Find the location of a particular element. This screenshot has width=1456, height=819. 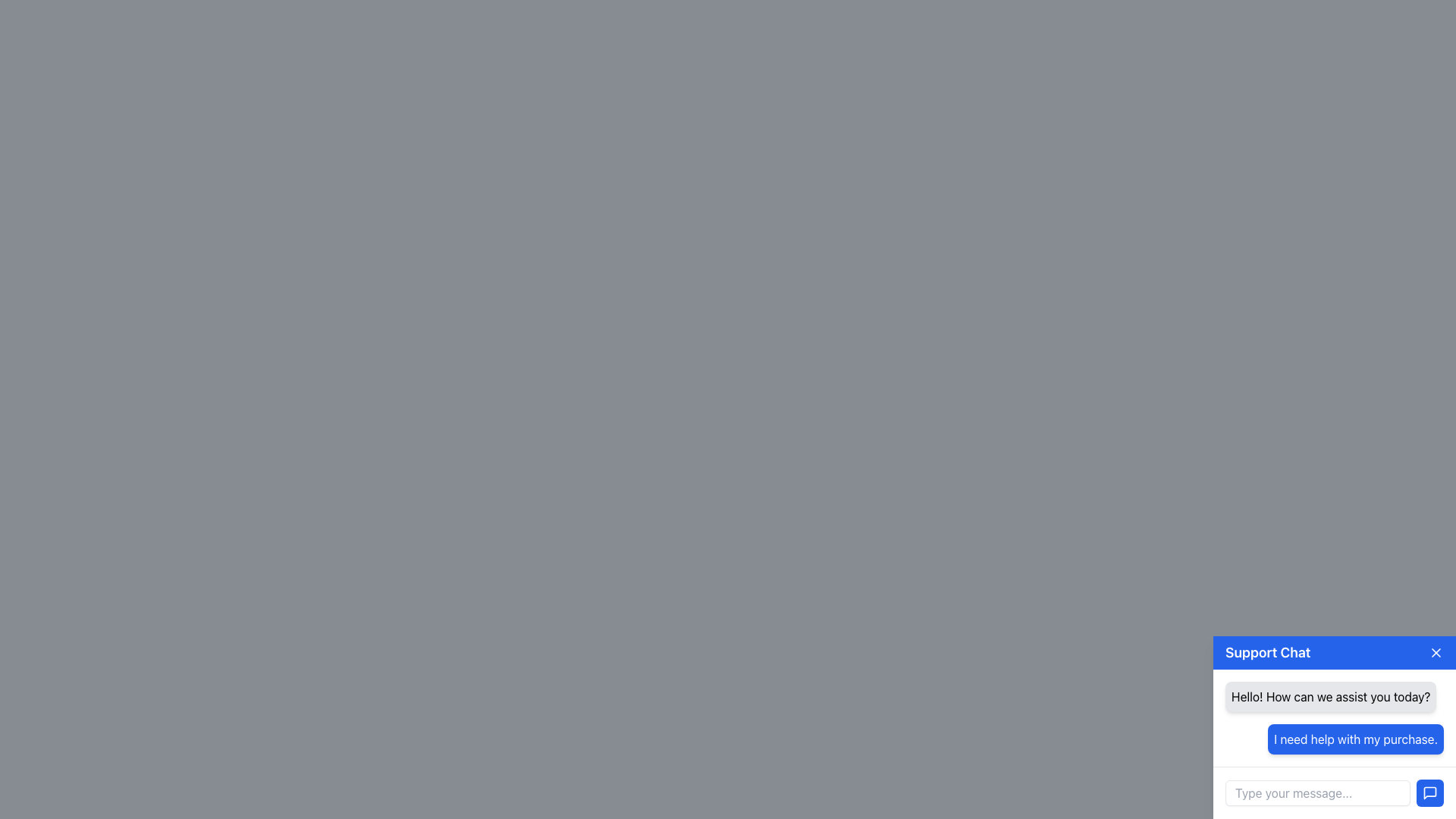

the text label indicating the support chat interface at the top-left corner of the chat window's header section is located at coordinates (1268, 651).